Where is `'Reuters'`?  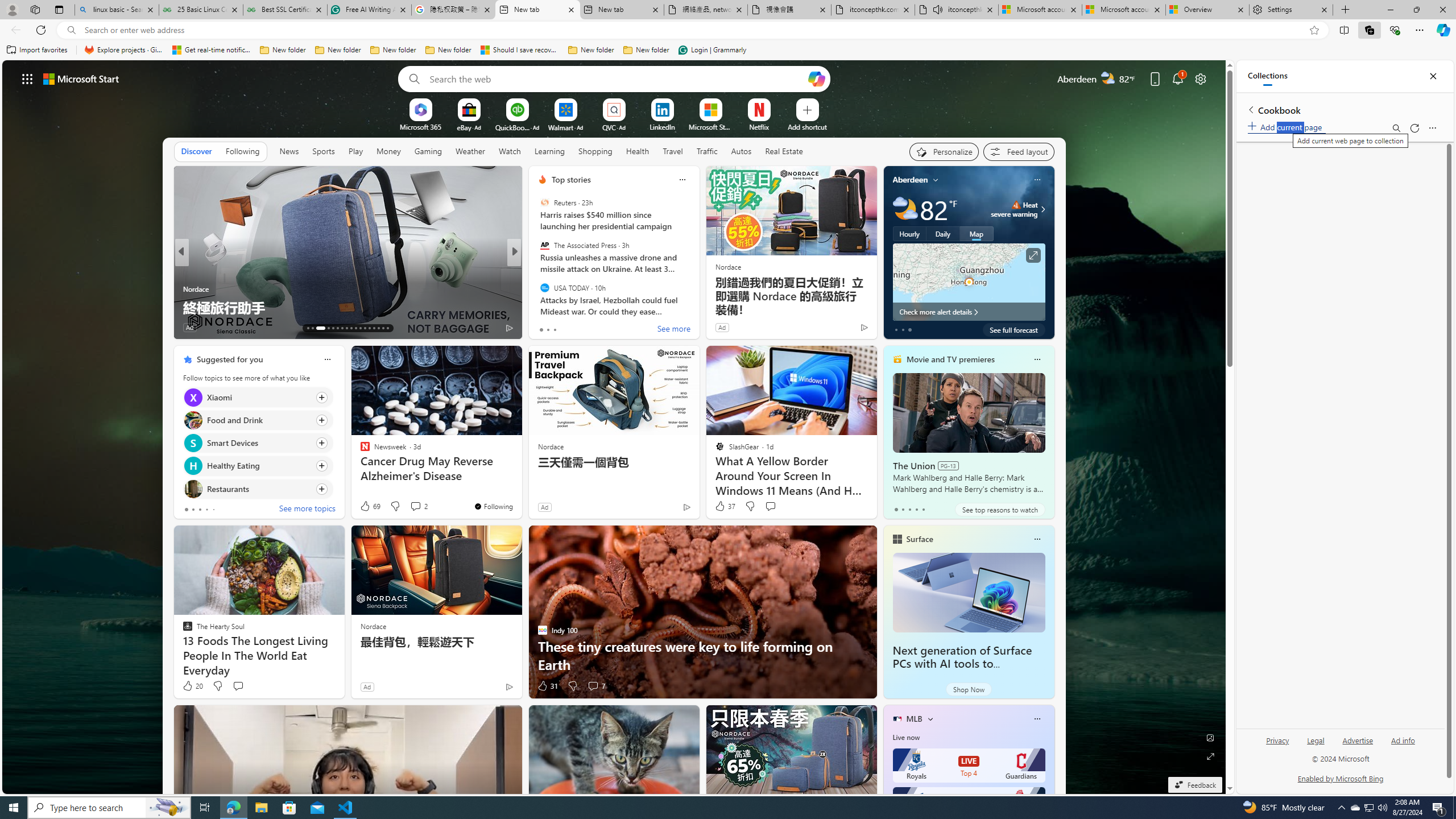
'Reuters' is located at coordinates (544, 202).